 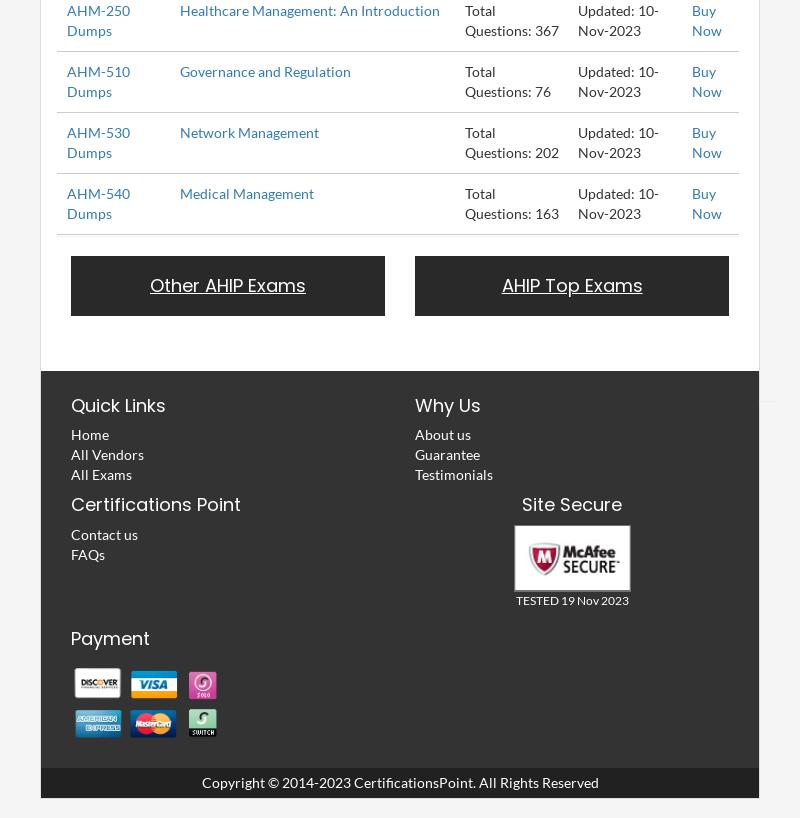 What do you see at coordinates (70, 534) in the screenshot?
I see `'Contact us'` at bounding box center [70, 534].